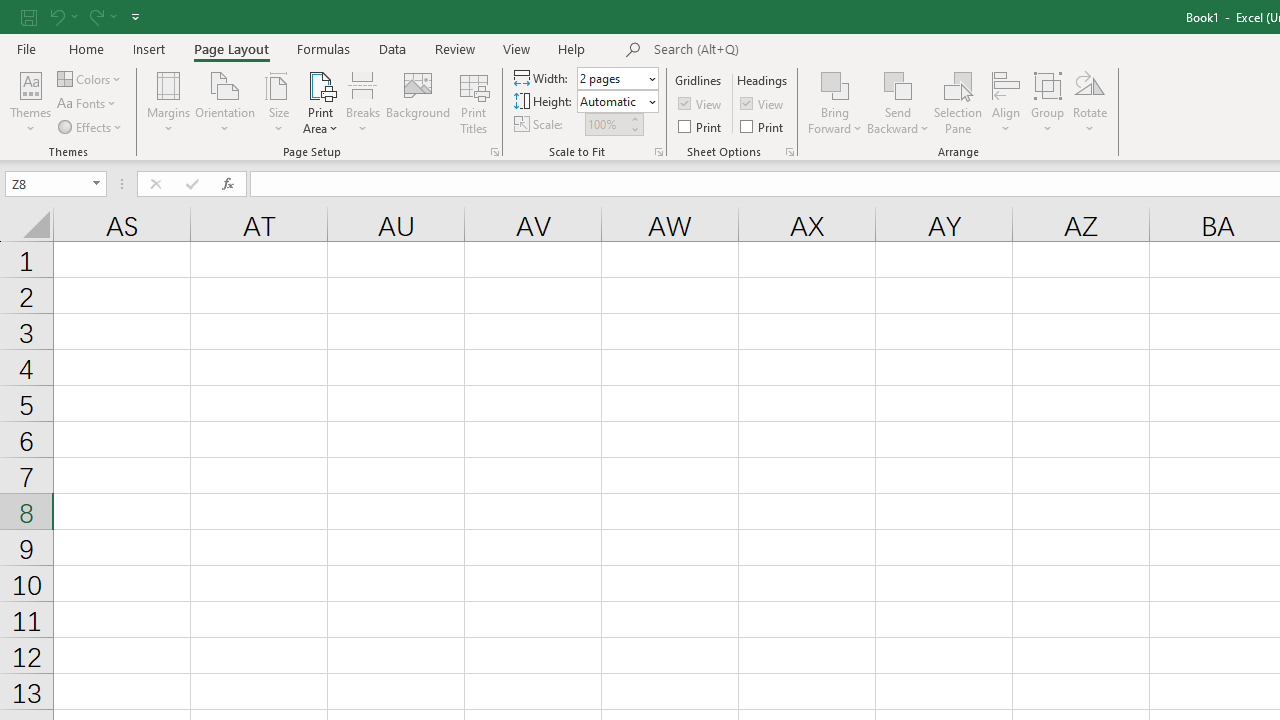 Image resolution: width=1280 pixels, height=720 pixels. I want to click on 'More', so click(633, 118).